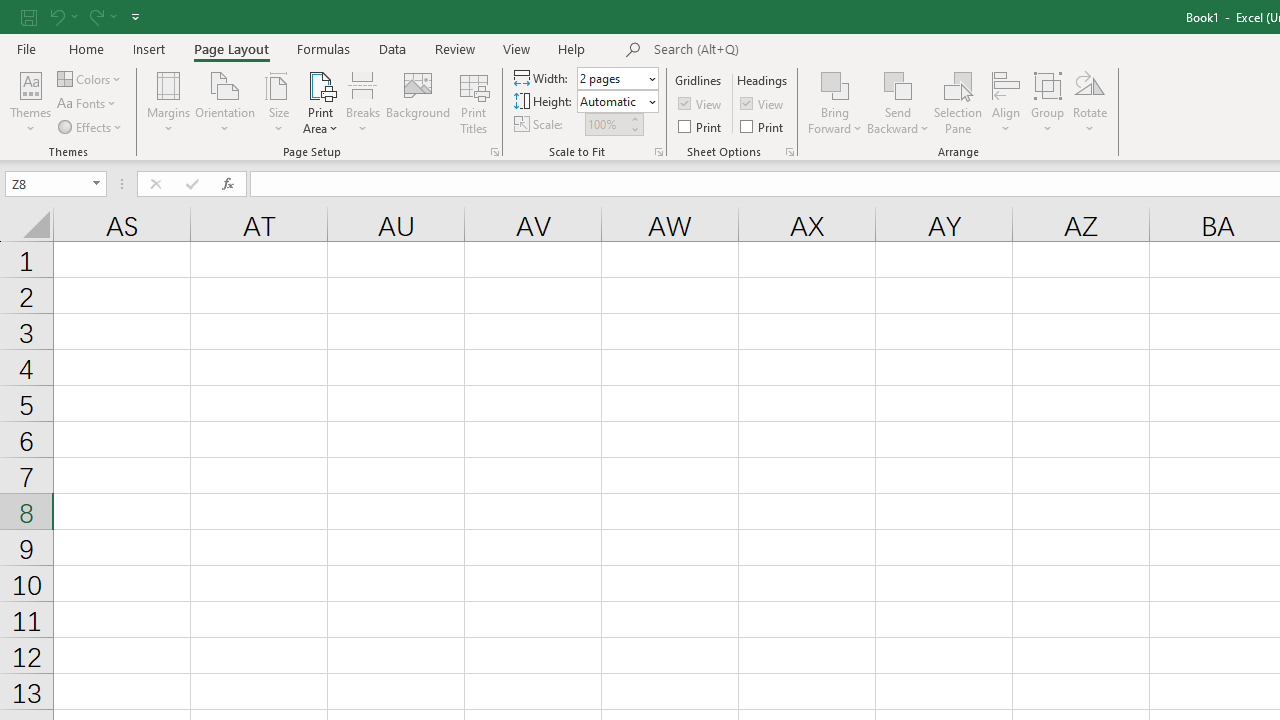 Image resolution: width=1280 pixels, height=720 pixels. I want to click on 'More', so click(633, 118).